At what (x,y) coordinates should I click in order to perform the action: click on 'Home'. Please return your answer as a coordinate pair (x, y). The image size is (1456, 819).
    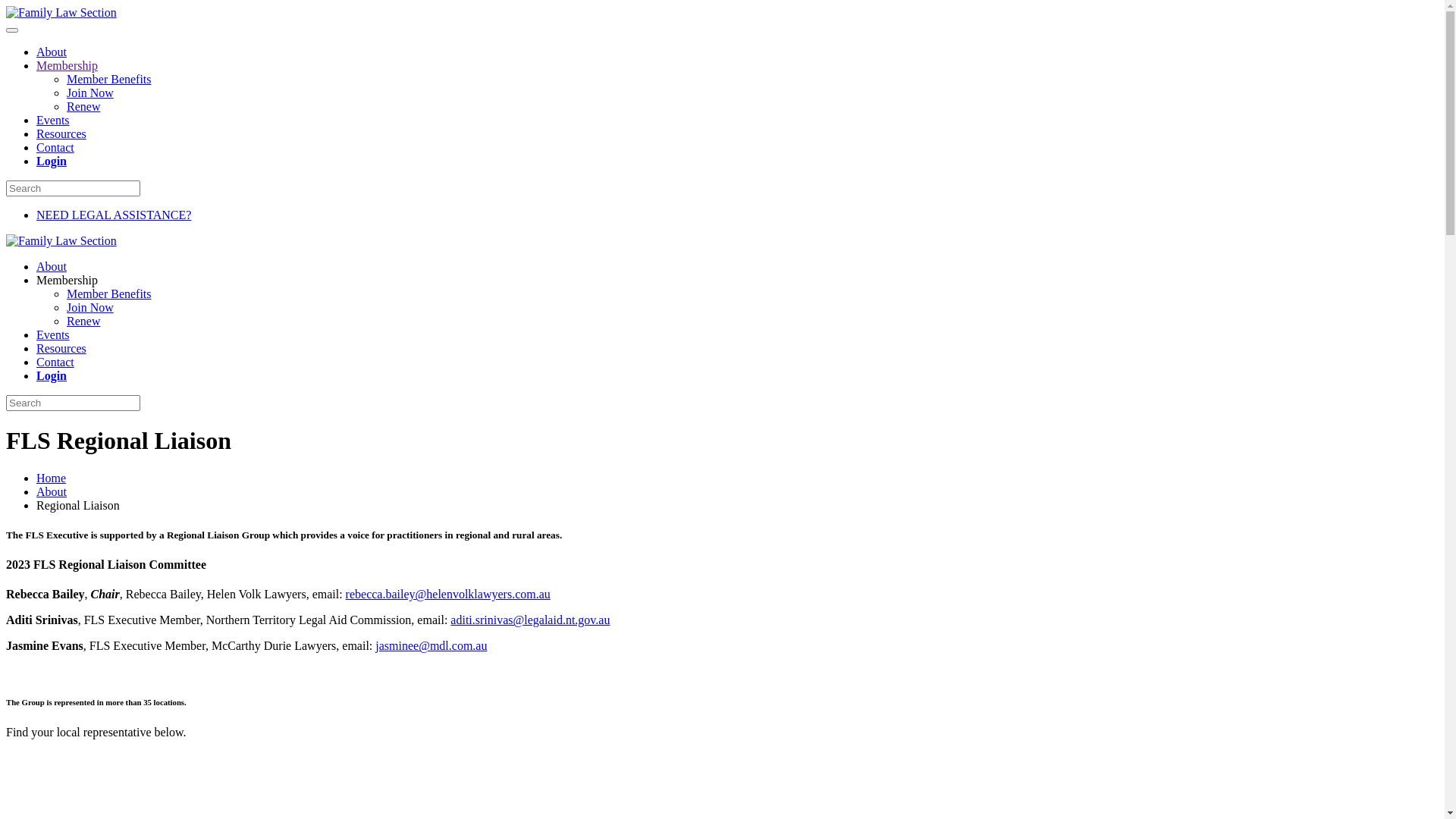
    Looking at the image, I should click on (51, 478).